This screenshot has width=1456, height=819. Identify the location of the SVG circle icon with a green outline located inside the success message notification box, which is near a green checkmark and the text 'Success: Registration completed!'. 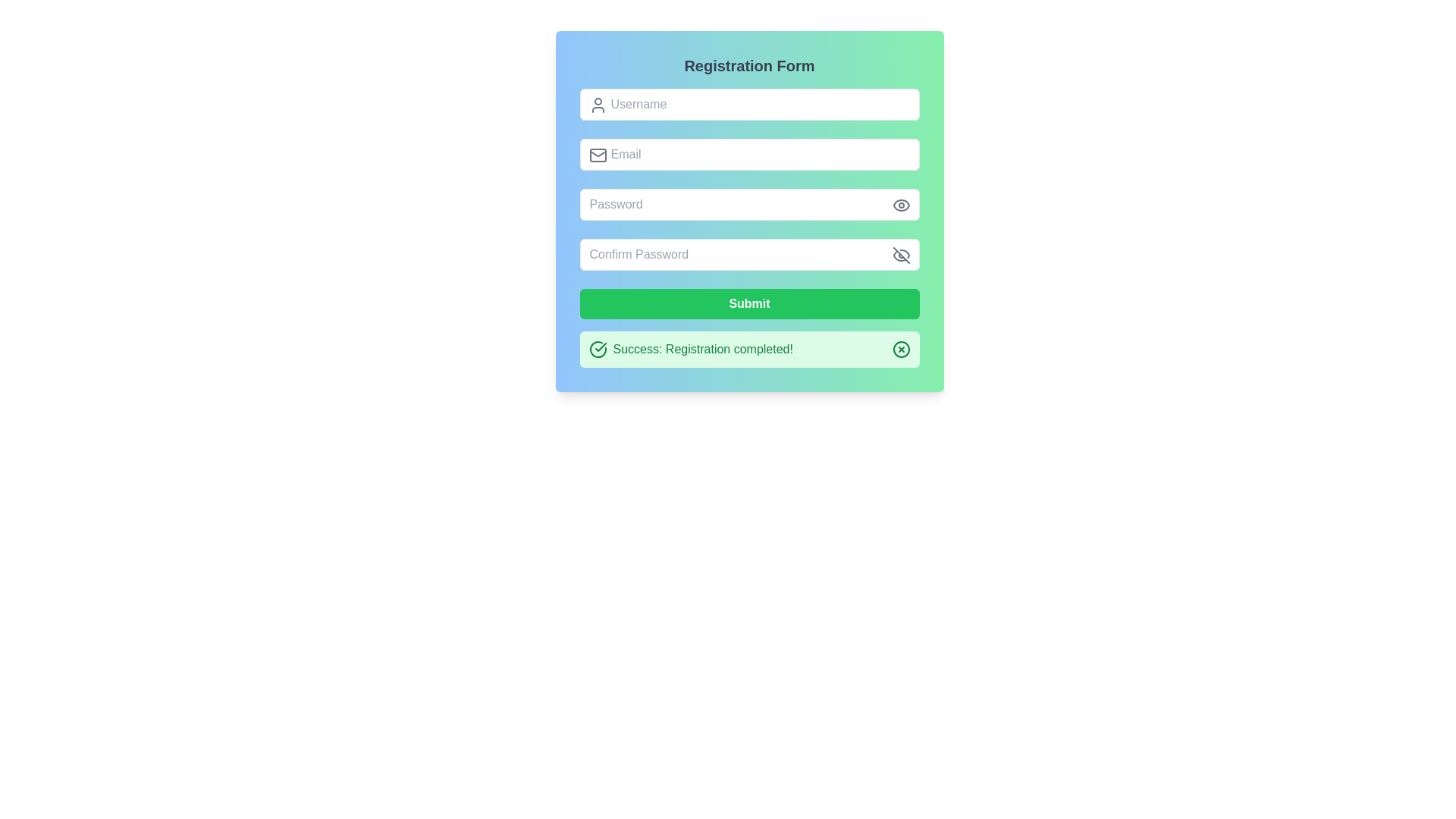
(901, 350).